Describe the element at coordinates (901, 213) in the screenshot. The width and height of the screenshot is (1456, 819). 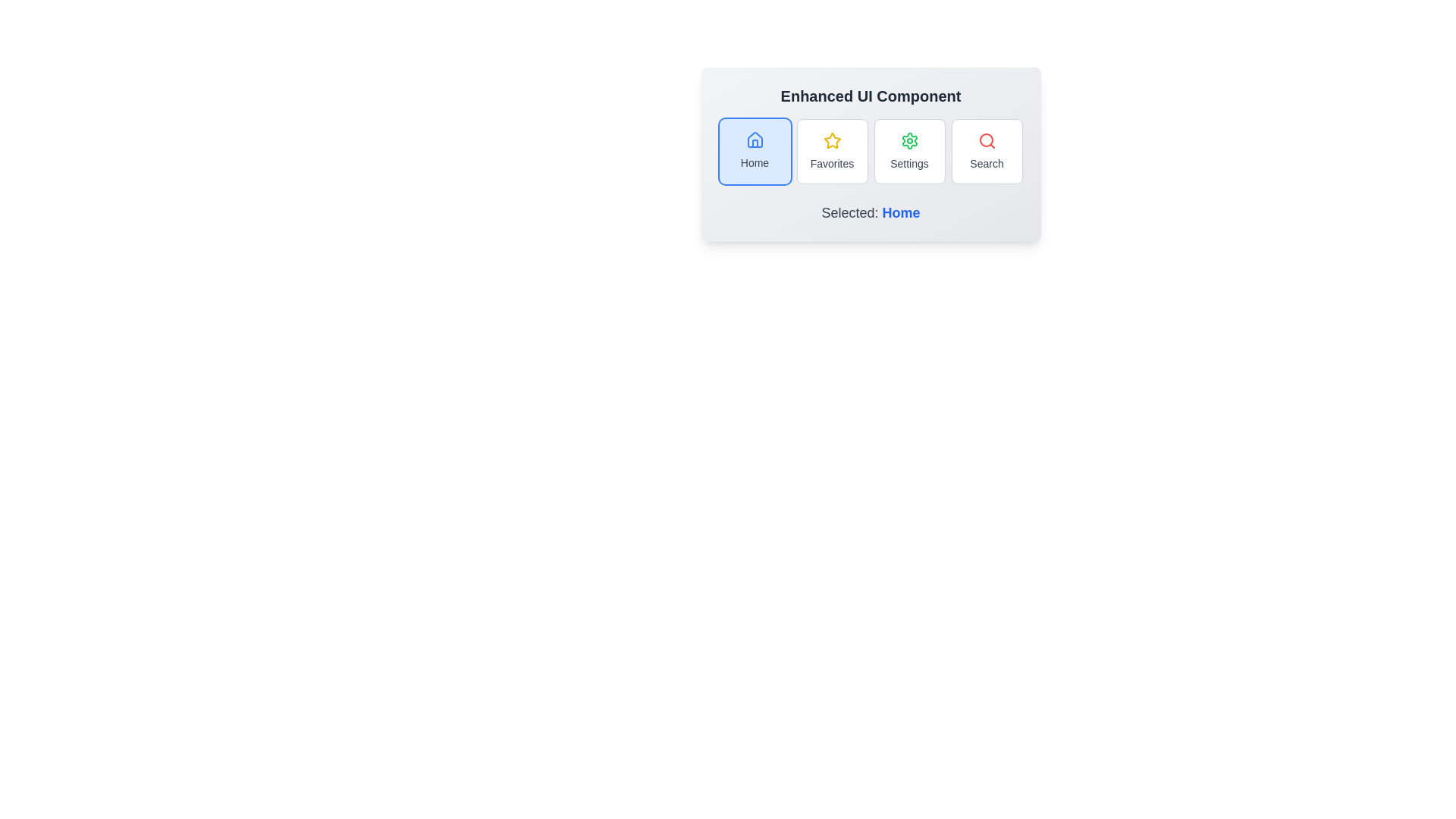
I see `text label that displays 'Home', which is styled in bold blue color and indicates the current selection in the interface` at that location.